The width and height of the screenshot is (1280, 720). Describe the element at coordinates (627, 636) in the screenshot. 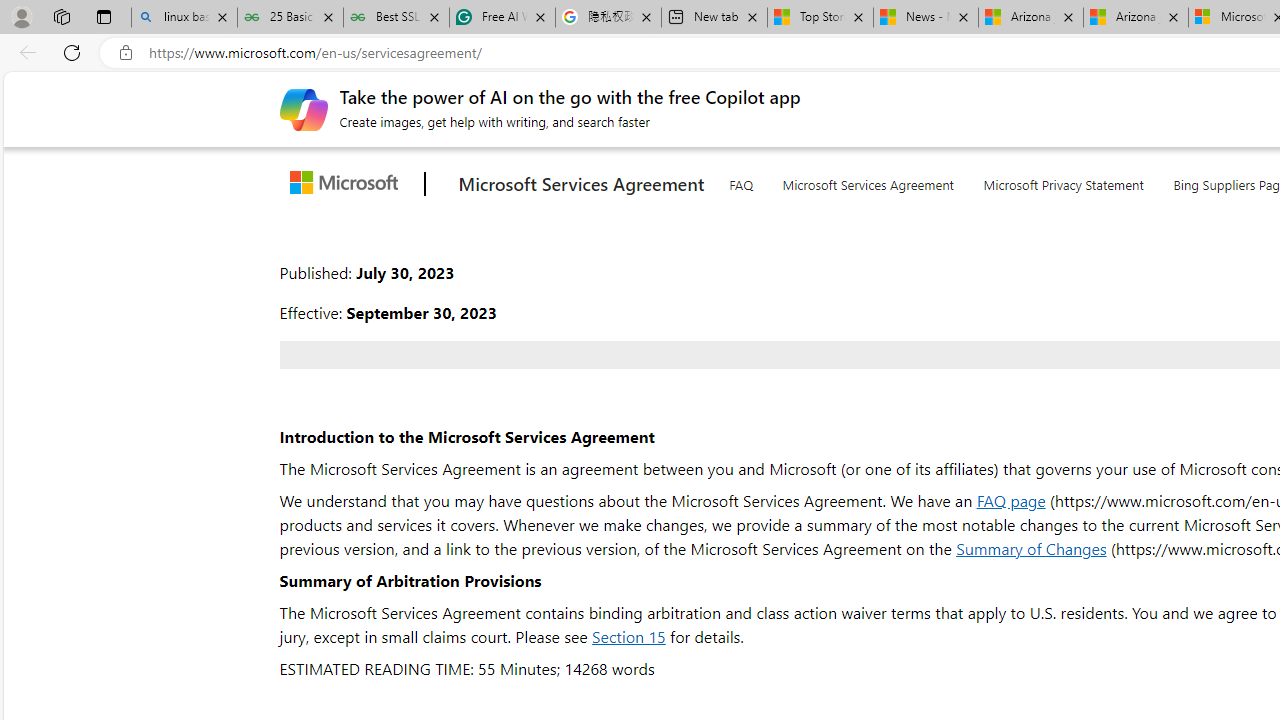

I see `'Section 15'` at that location.